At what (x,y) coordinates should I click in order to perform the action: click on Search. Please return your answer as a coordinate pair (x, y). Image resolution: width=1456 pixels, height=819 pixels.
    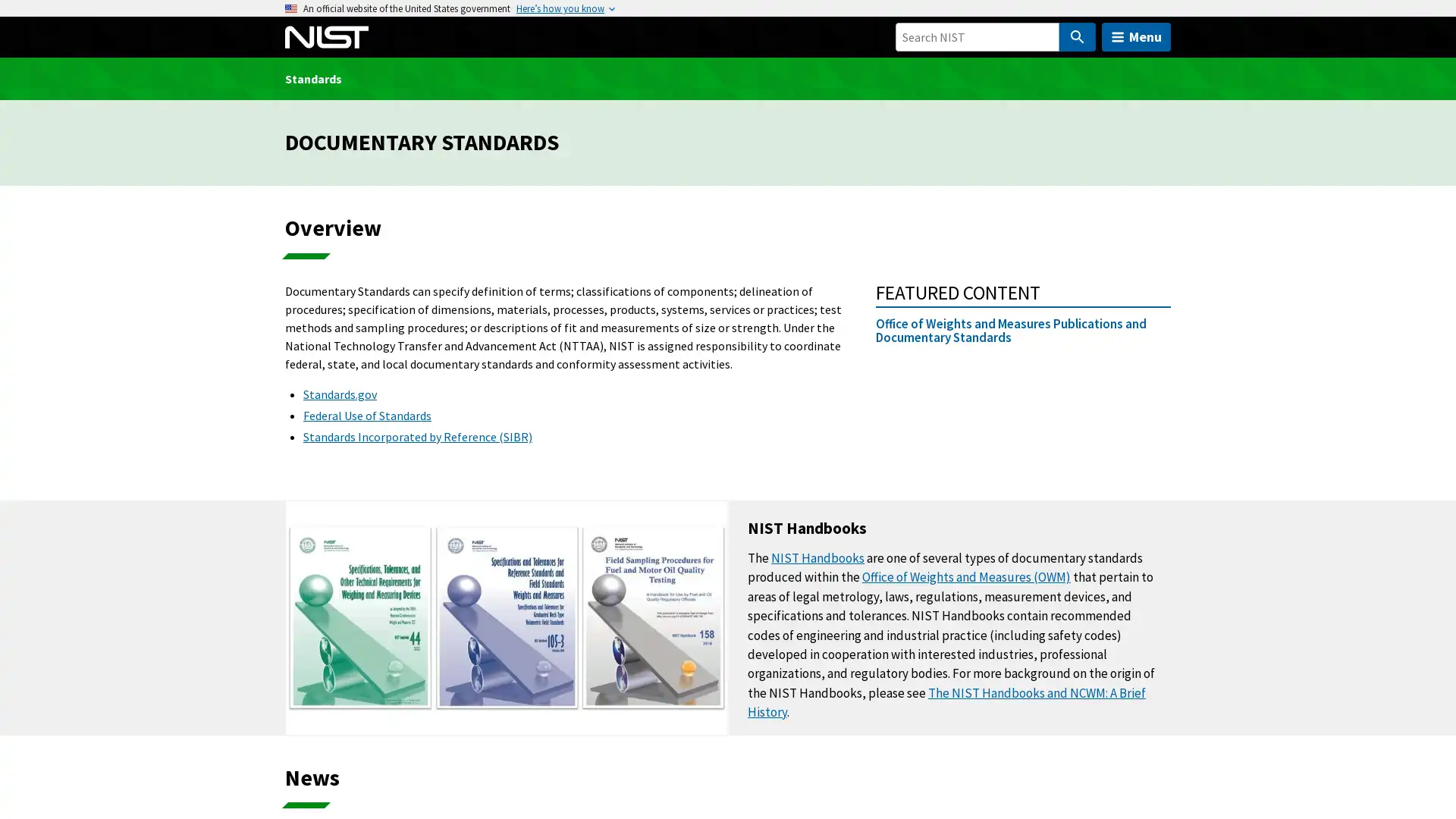
    Looking at the image, I should click on (1076, 36).